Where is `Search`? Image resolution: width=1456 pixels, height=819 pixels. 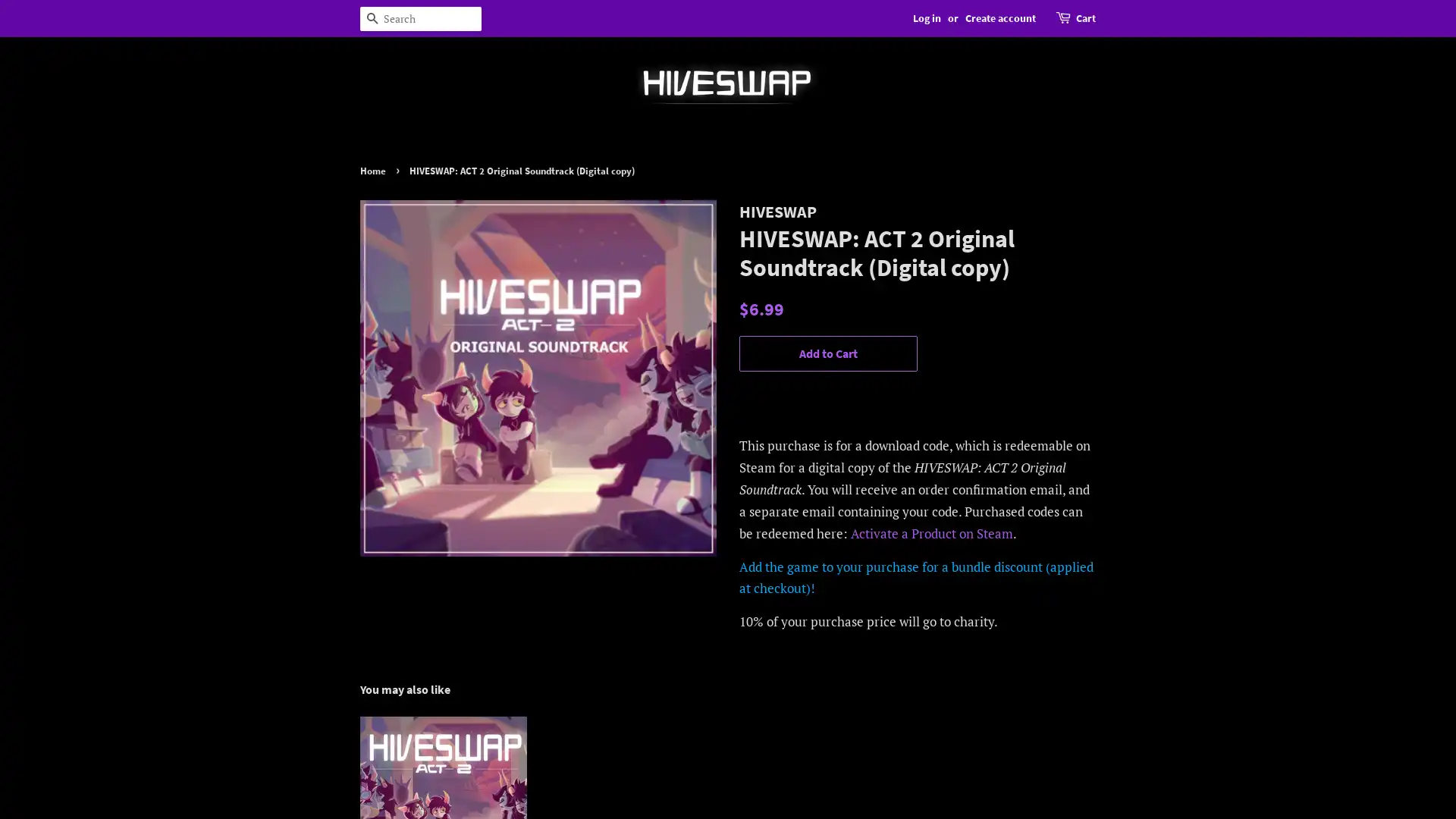
Search is located at coordinates (372, 18).